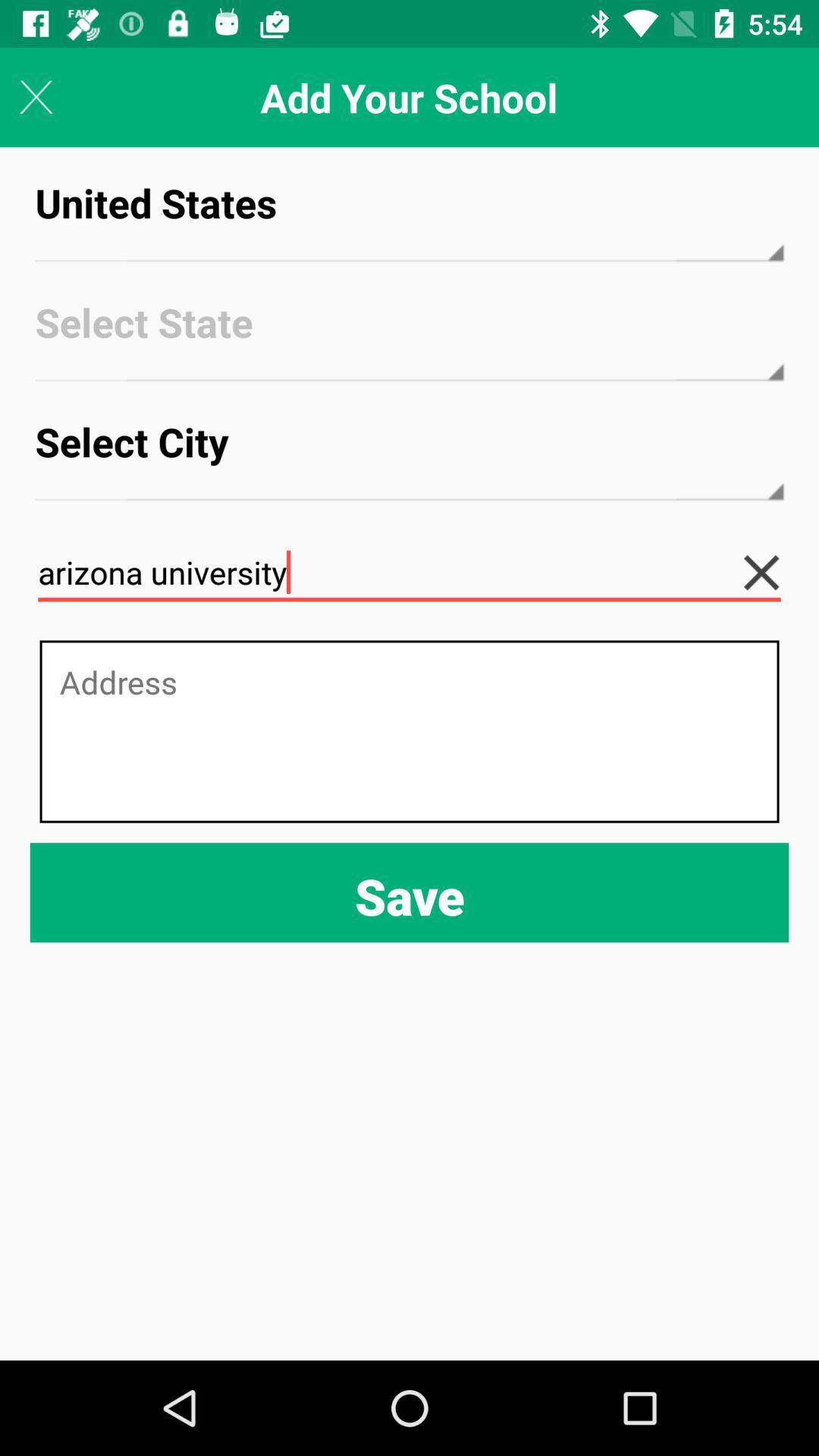  Describe the element at coordinates (409, 572) in the screenshot. I see `arizona university` at that location.